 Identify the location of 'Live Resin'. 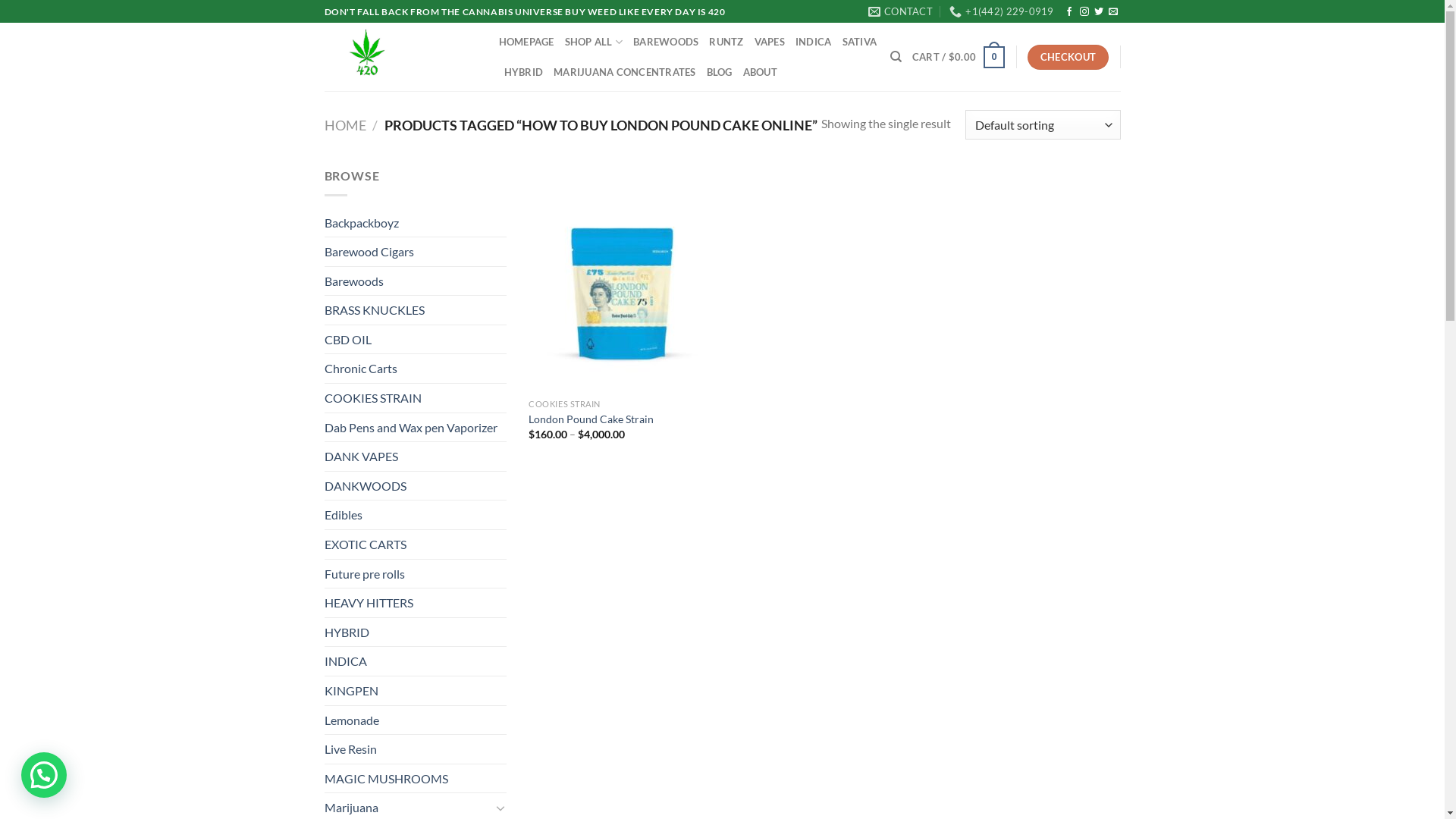
(415, 748).